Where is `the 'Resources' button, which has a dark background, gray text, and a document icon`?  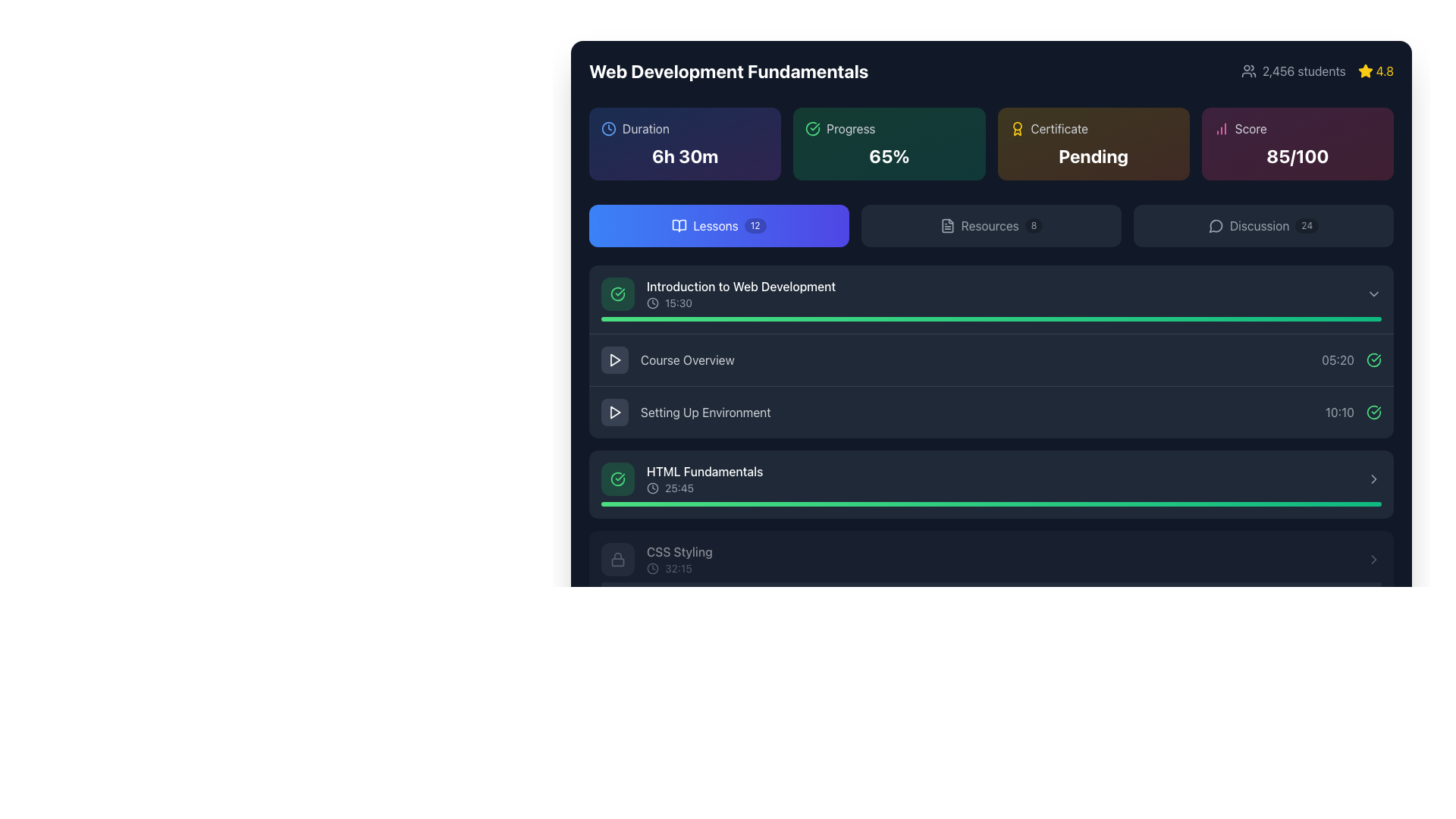
the 'Resources' button, which has a dark background, gray text, and a document icon is located at coordinates (991, 225).